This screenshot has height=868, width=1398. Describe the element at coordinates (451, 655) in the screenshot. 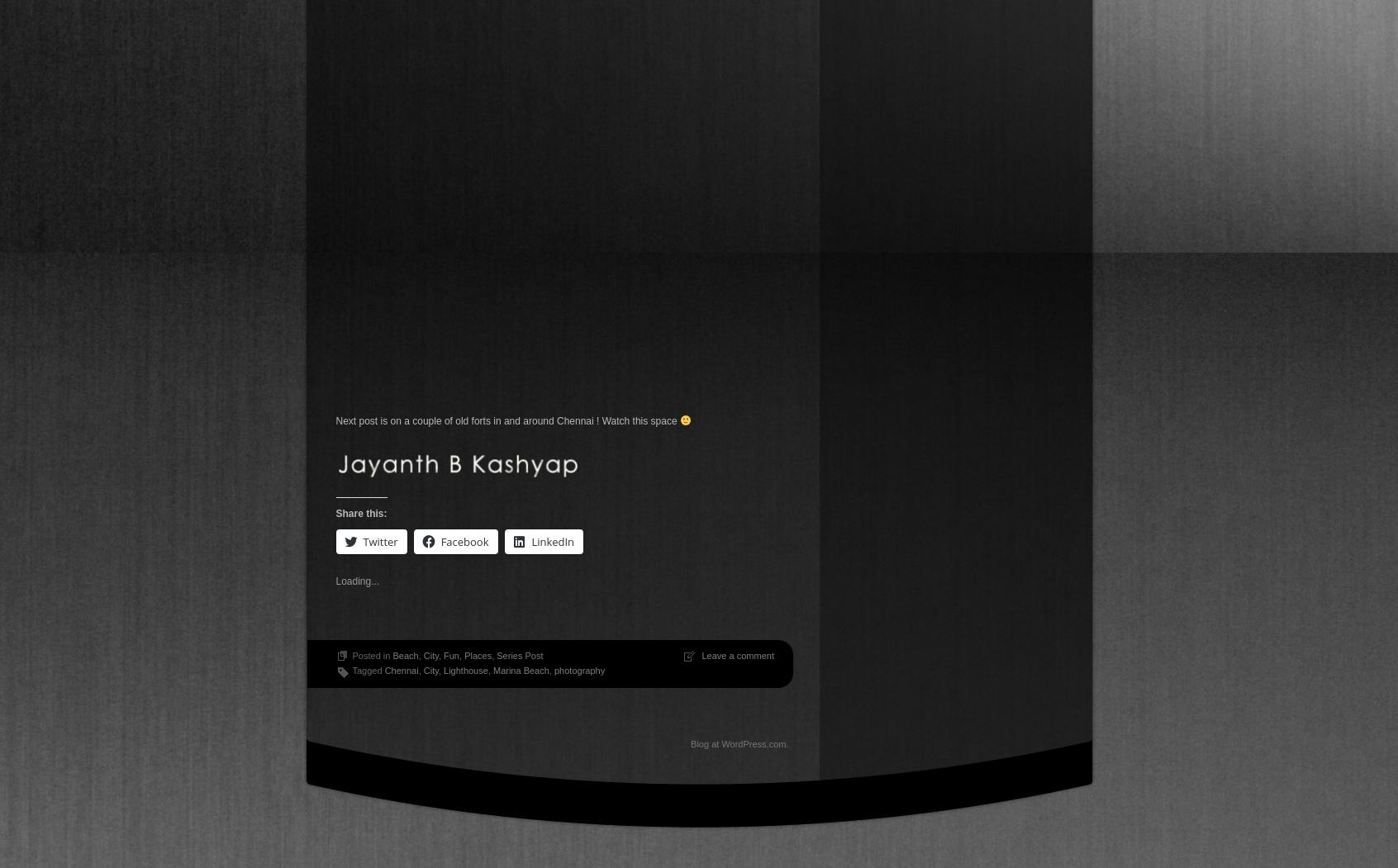

I see `'Fun'` at that location.